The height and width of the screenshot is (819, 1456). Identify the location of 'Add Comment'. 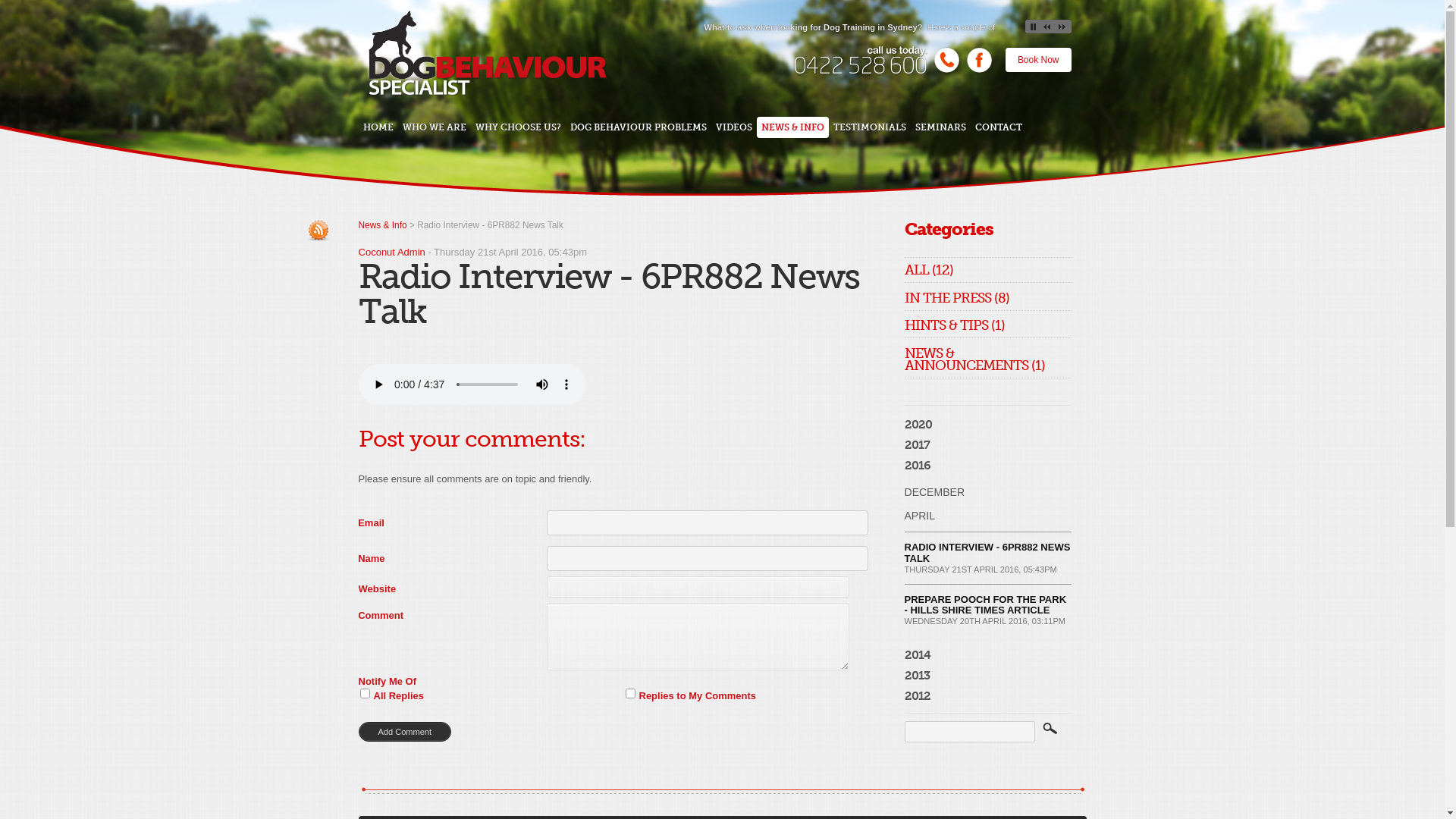
(356, 730).